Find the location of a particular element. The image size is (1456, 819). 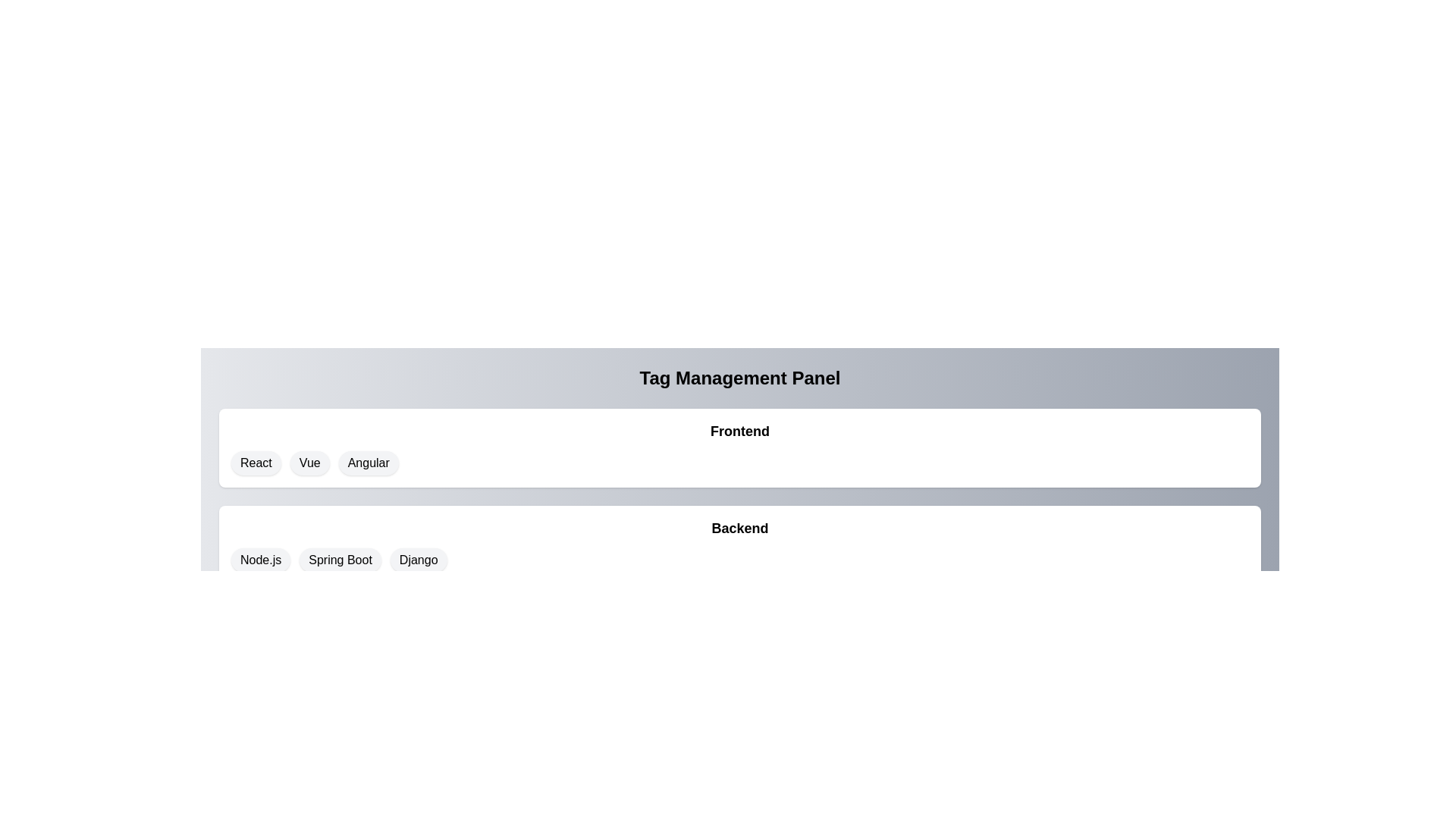

the 'React' button, which is a rounded button with a light gray background located in the top-left corner of the 'Frontend' section, preceding the 'Vue' and 'Angular' buttons is located at coordinates (256, 462).